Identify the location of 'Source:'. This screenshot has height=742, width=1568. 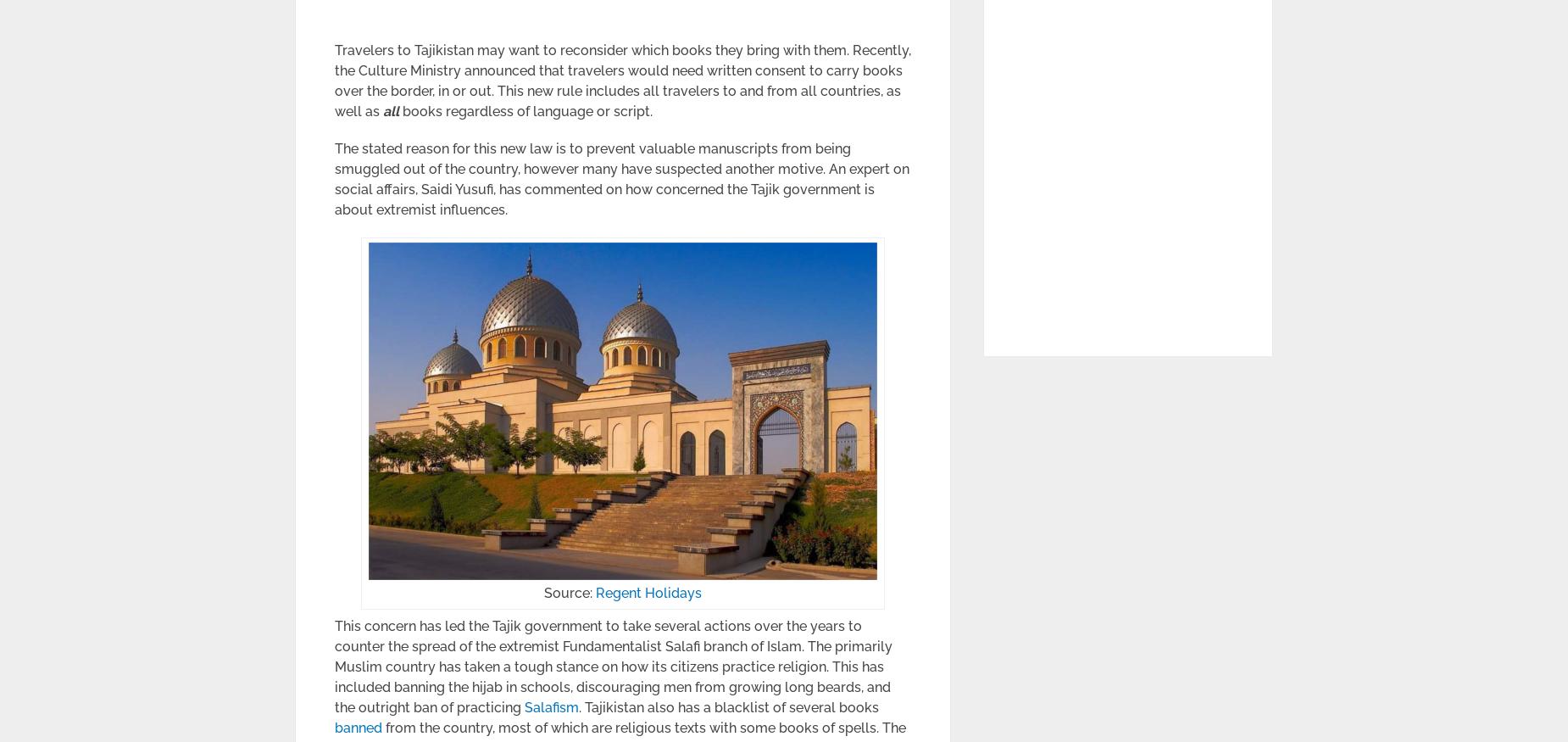
(570, 593).